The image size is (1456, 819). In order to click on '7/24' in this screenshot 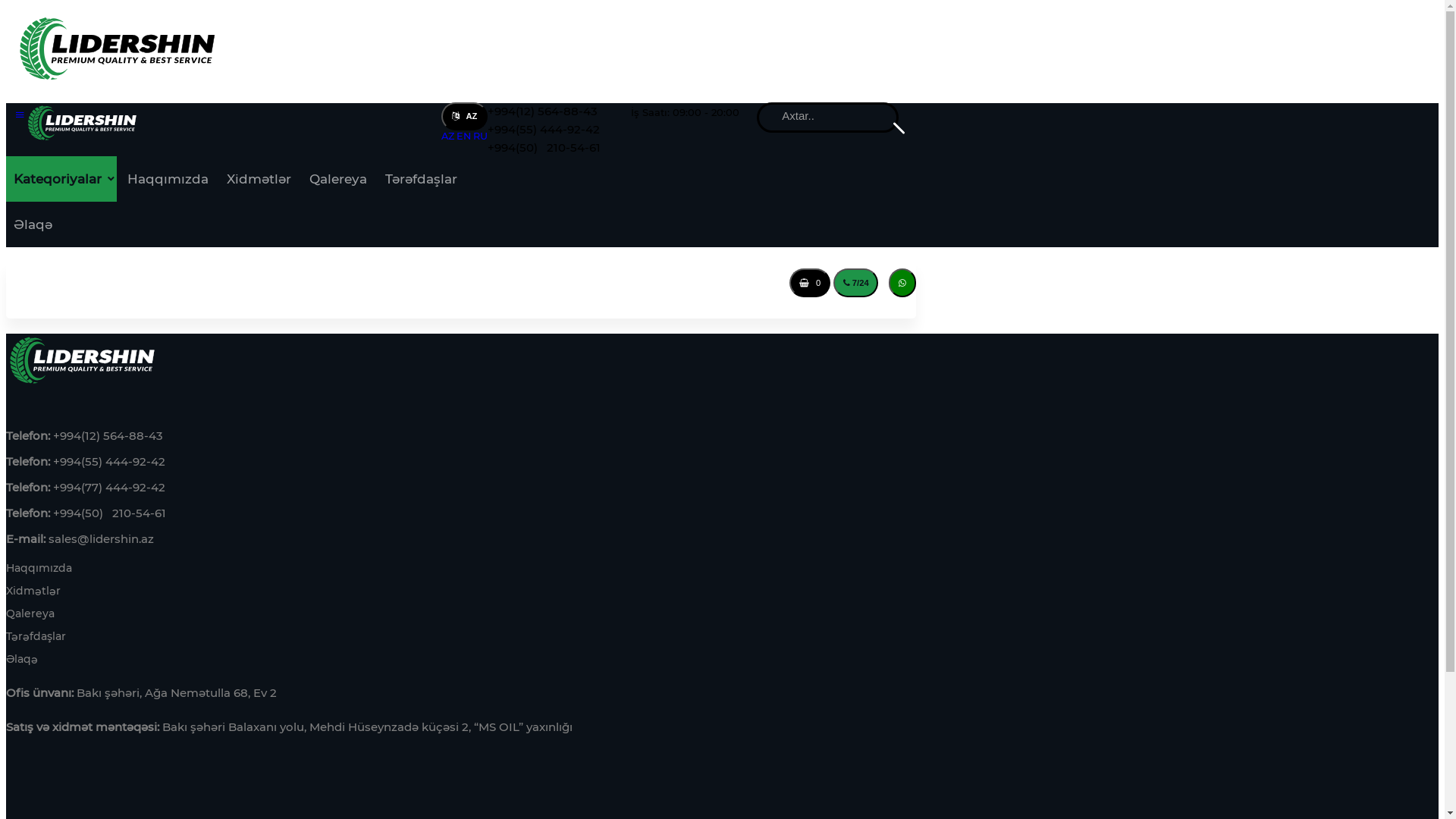, I will do `click(855, 283)`.